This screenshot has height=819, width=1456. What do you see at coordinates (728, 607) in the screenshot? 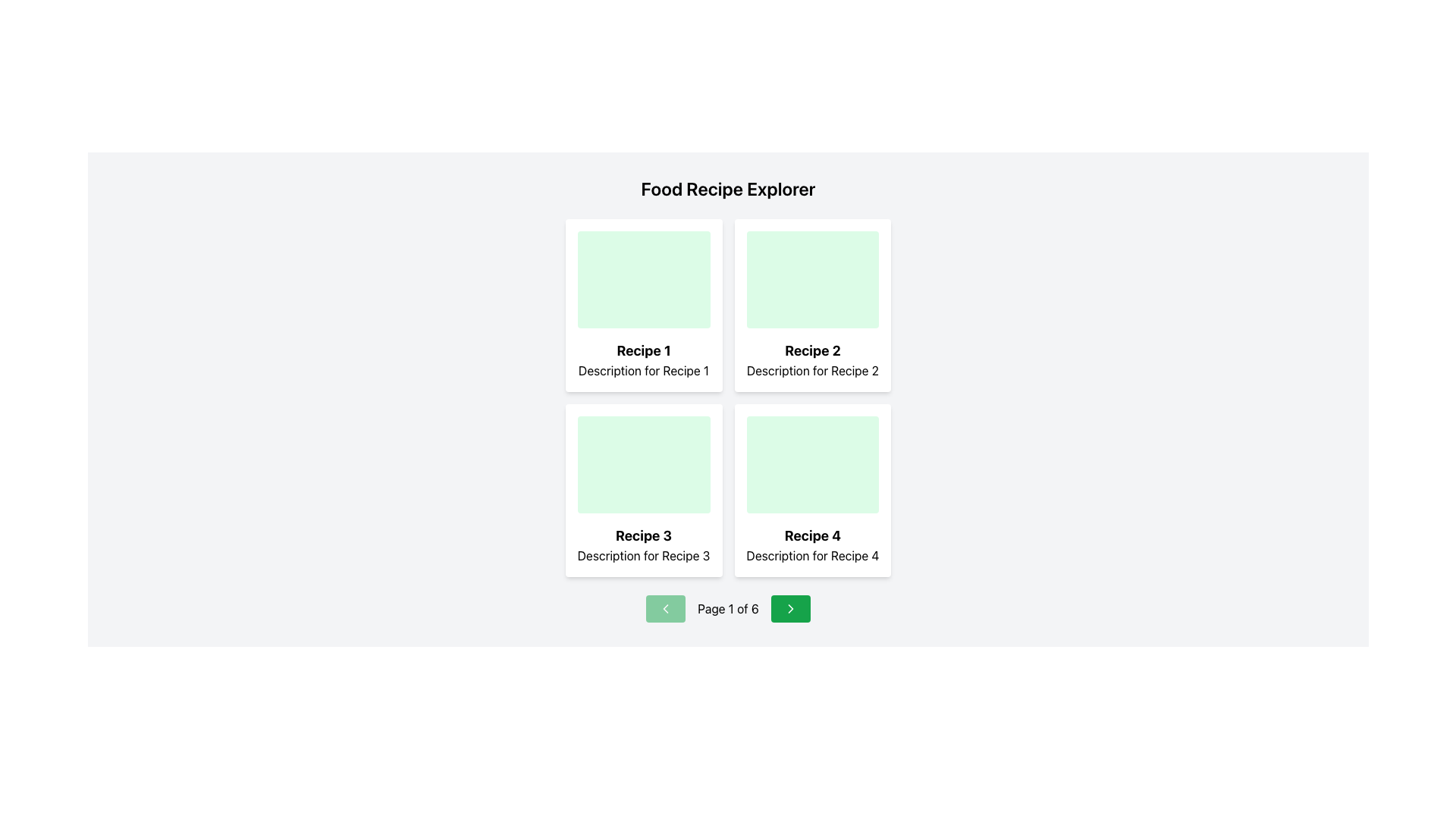
I see `pagination text displaying 'Page 1 of 6', which is styled in bold and located at the center-bottom of the interface, between two navigation buttons` at bounding box center [728, 607].